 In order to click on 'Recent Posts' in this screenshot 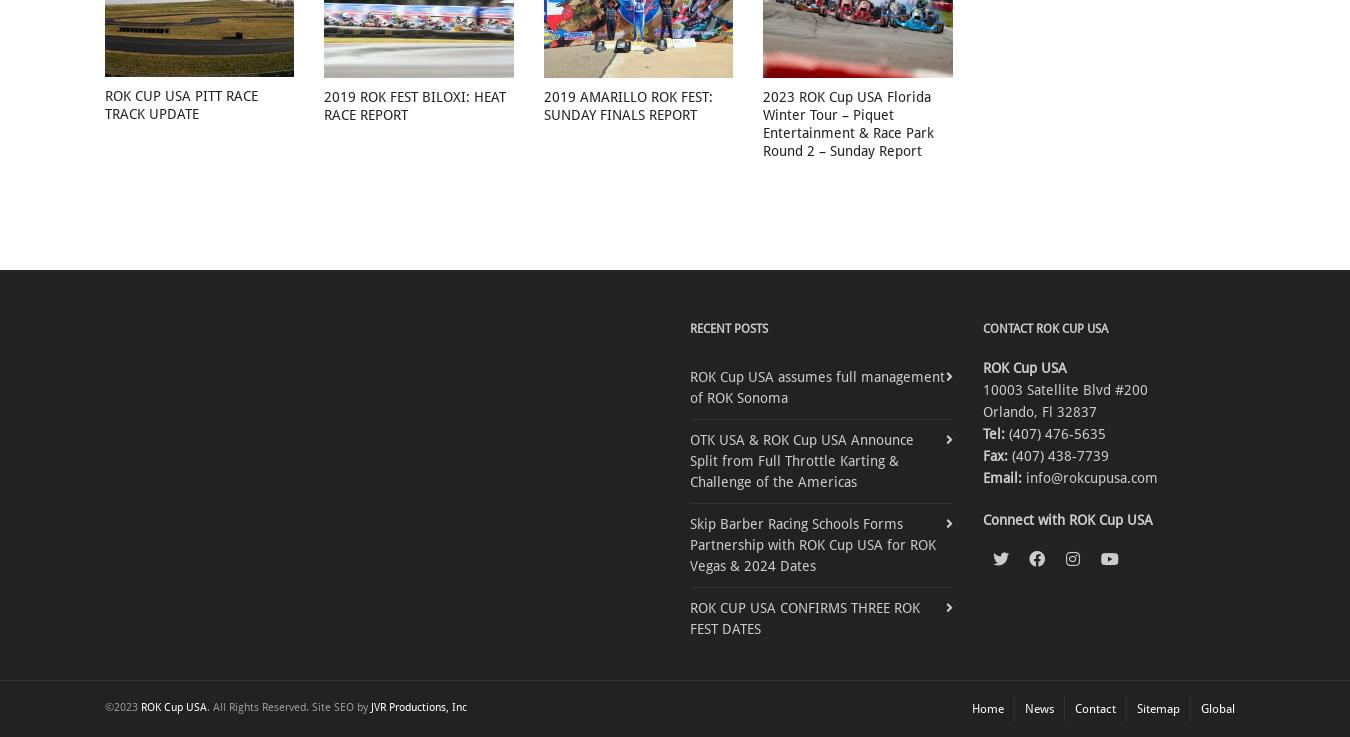, I will do `click(728, 327)`.